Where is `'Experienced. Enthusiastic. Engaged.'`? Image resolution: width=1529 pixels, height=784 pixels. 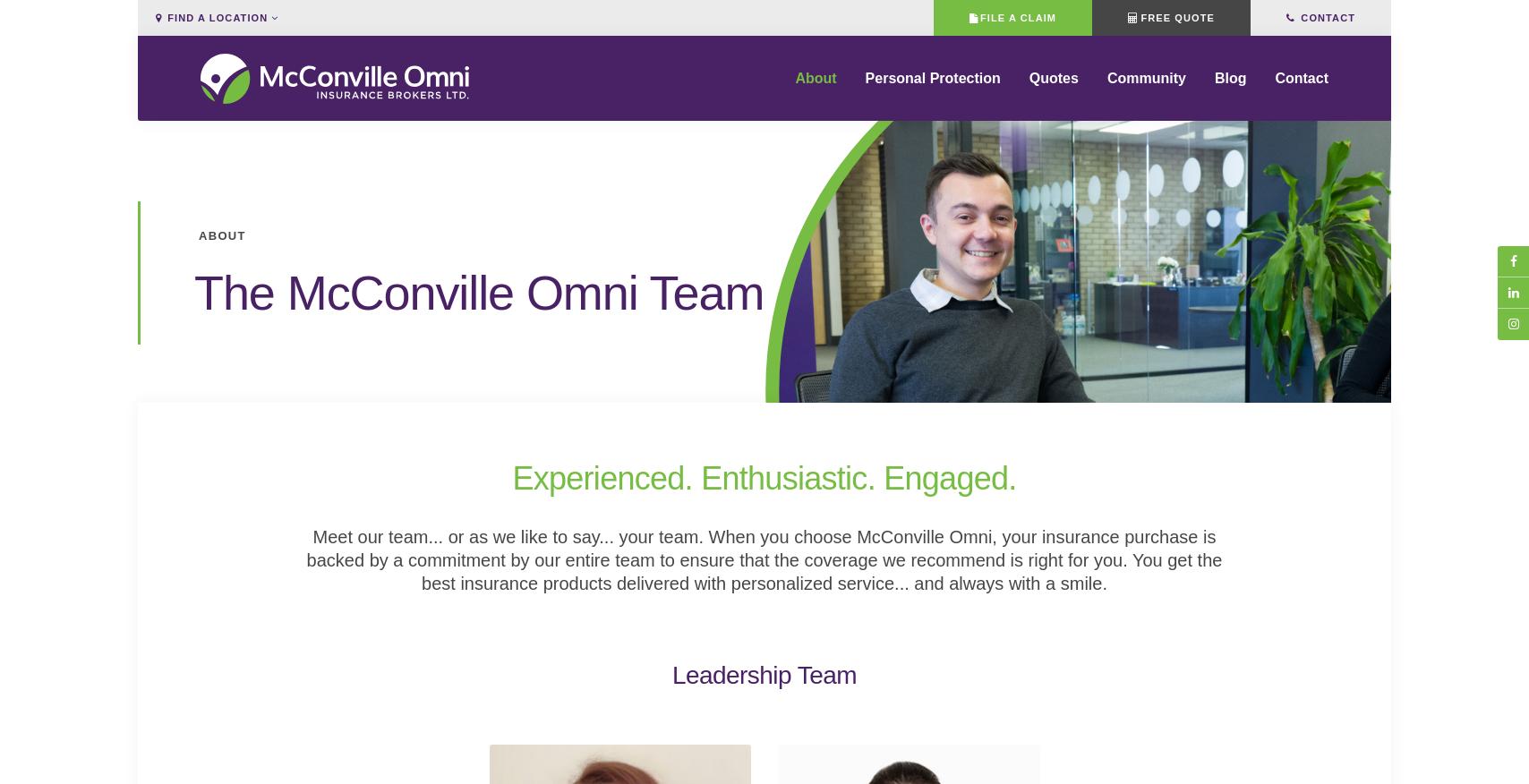 'Experienced. Enthusiastic. Engaged.' is located at coordinates (764, 478).